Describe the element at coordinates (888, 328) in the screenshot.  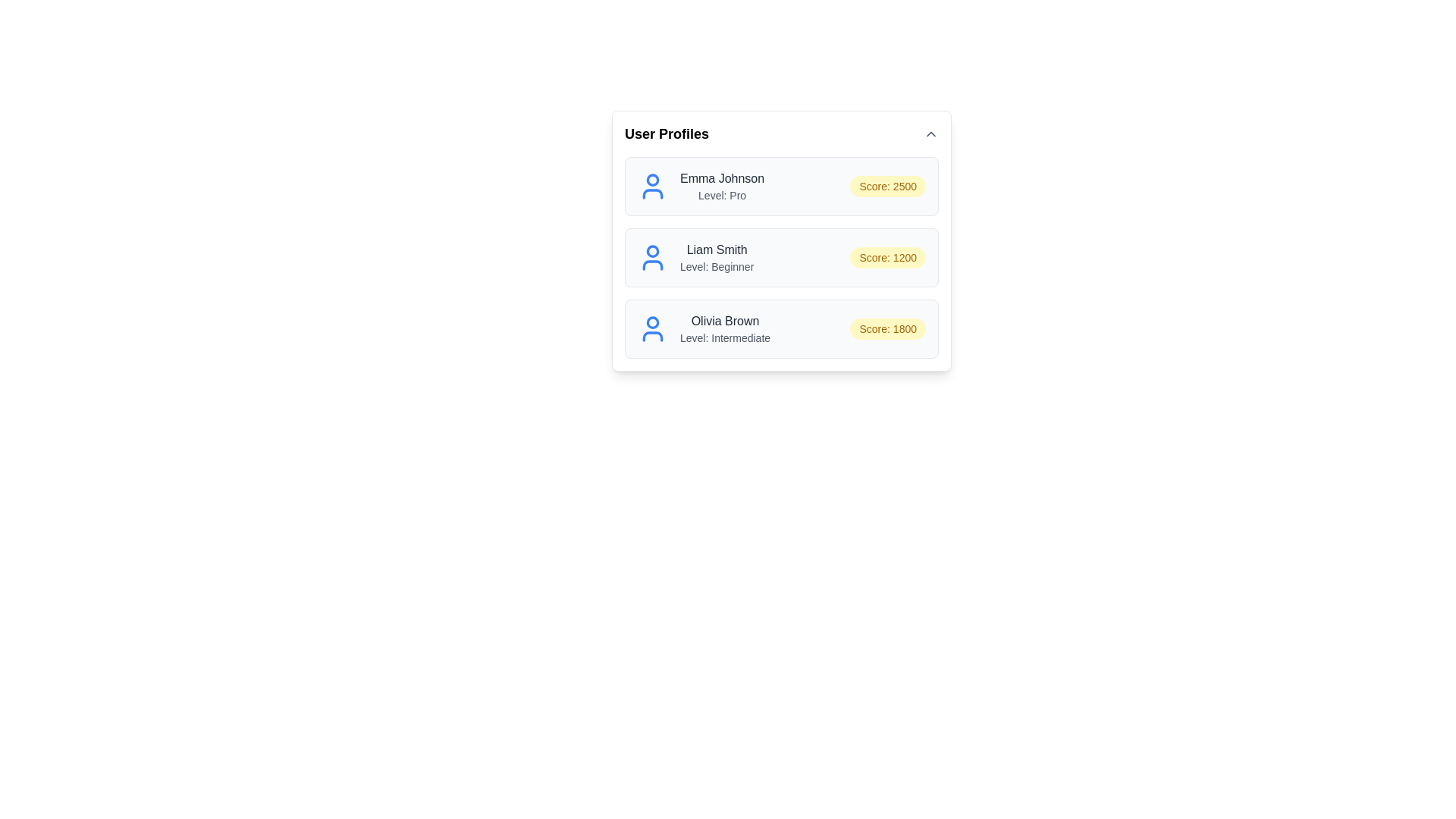
I see `the score badge displaying Olivia Brown's score, located to the right of the text 'Level: Intermediate'` at that location.